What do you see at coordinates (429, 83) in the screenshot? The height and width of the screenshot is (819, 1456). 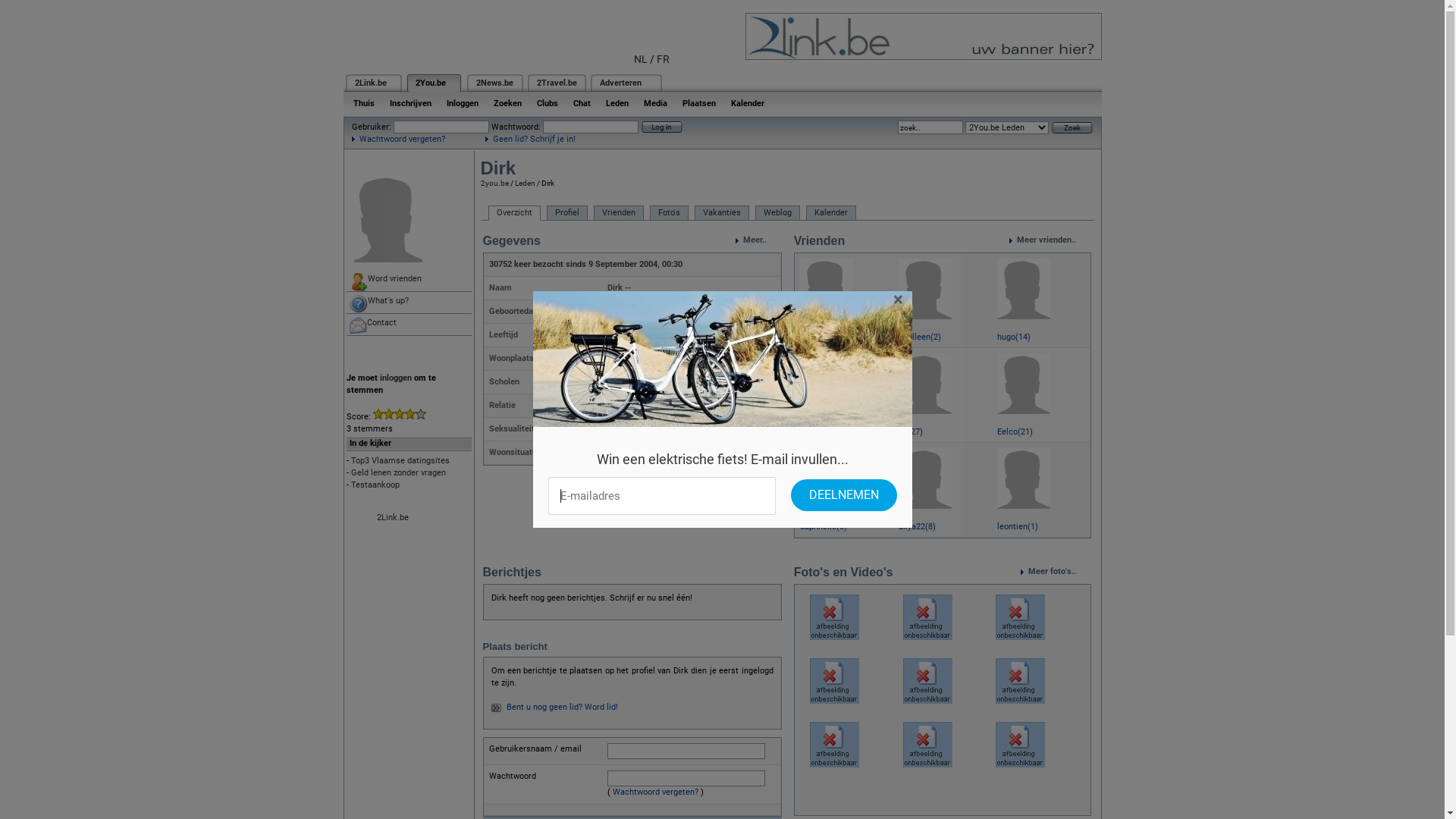 I see `'2You.be'` at bounding box center [429, 83].